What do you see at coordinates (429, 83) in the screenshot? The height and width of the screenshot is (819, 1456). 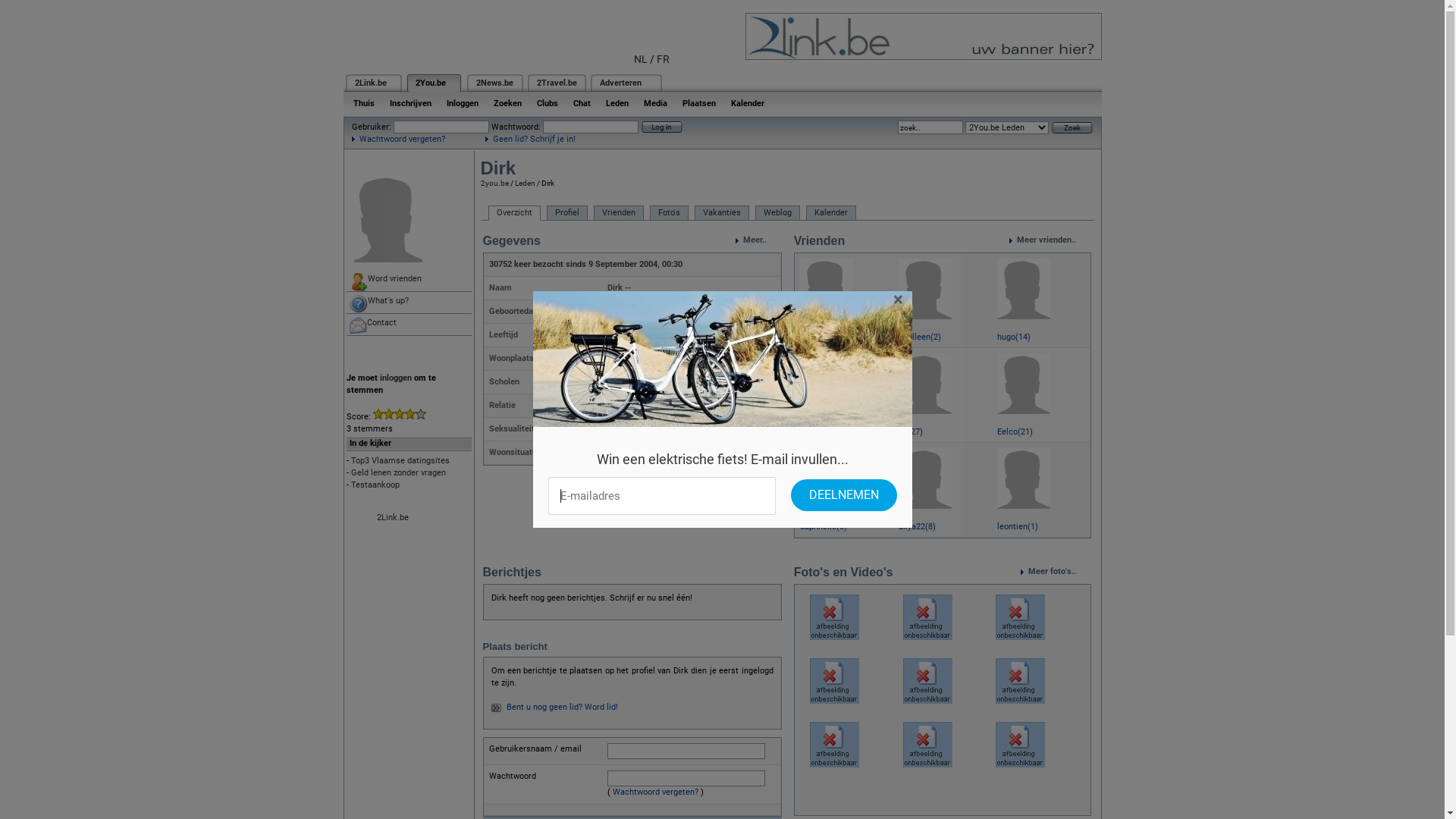 I see `'2You.be'` at bounding box center [429, 83].